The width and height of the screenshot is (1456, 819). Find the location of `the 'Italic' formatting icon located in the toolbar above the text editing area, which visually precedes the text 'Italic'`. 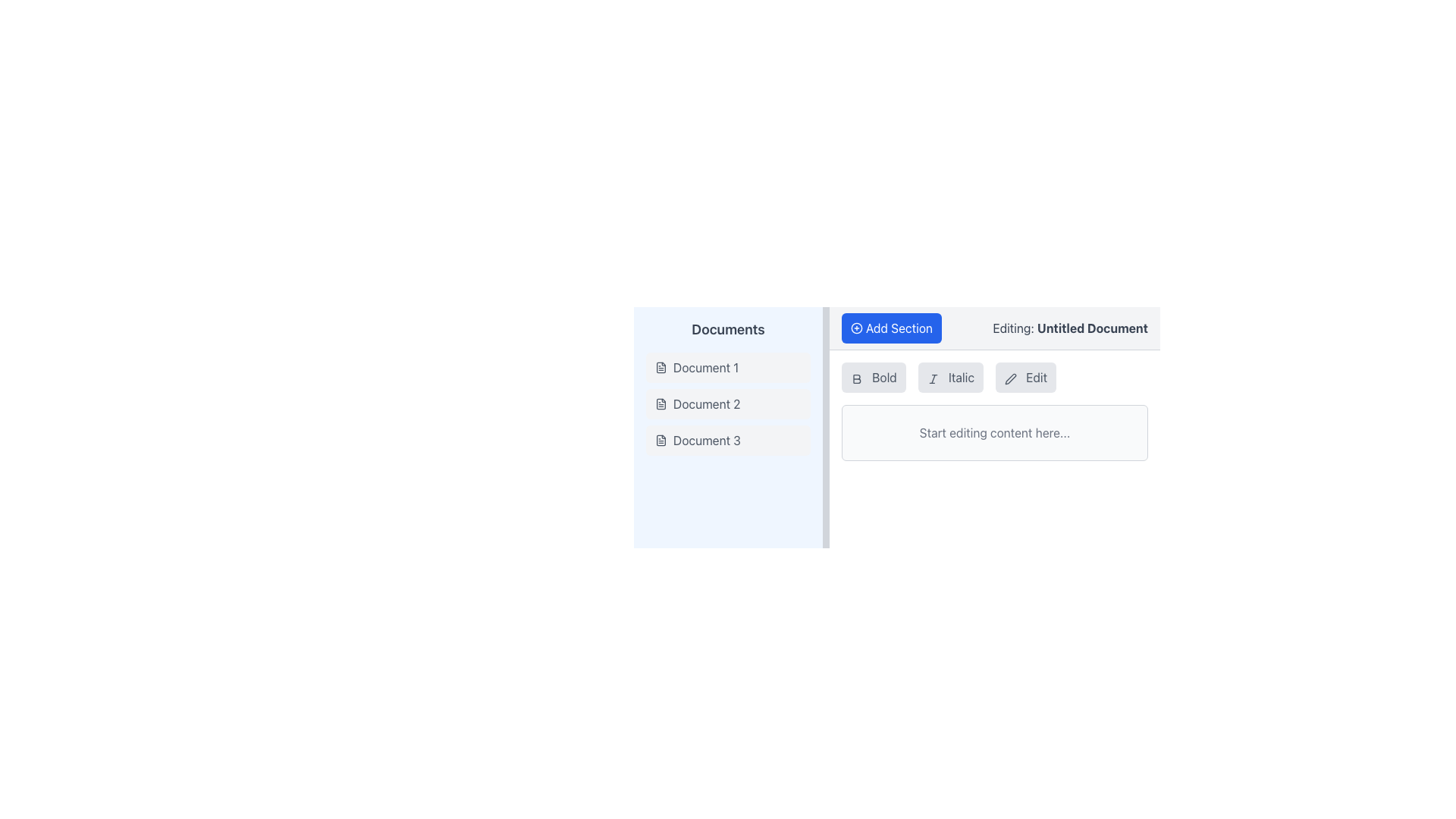

the 'Italic' formatting icon located in the toolbar above the text editing area, which visually precedes the text 'Italic' is located at coordinates (932, 378).